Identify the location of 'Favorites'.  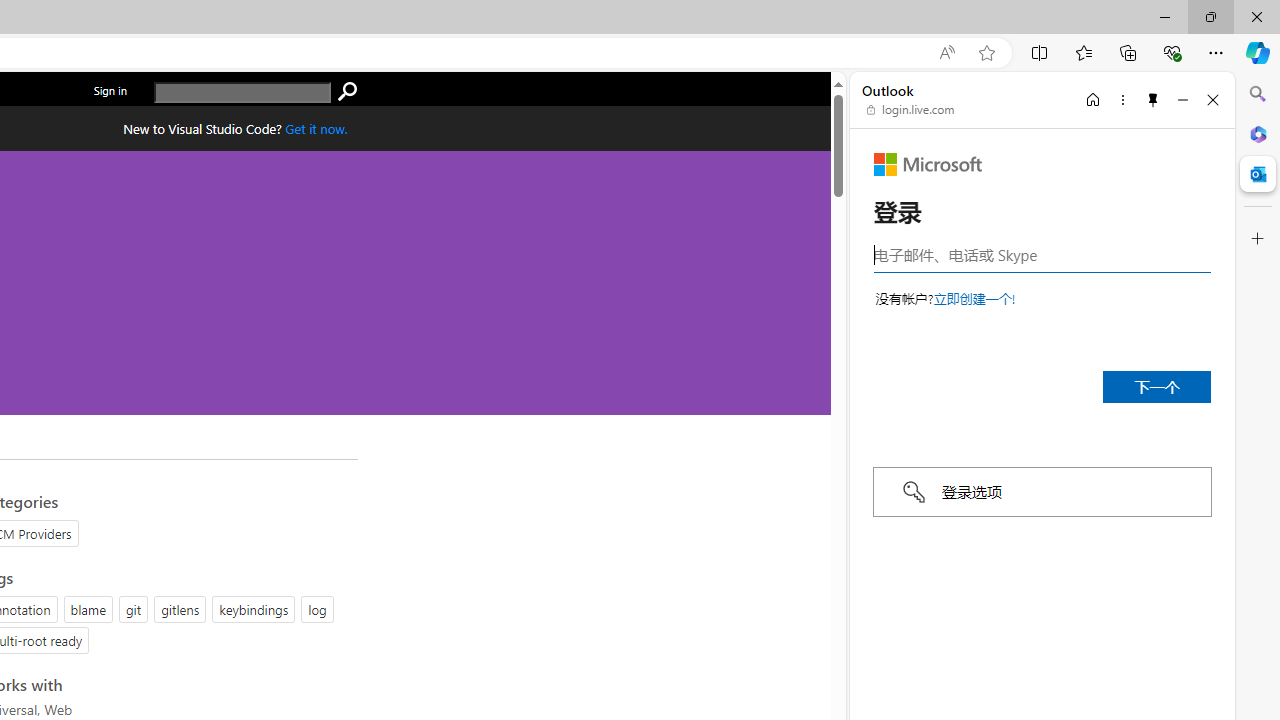
(1082, 51).